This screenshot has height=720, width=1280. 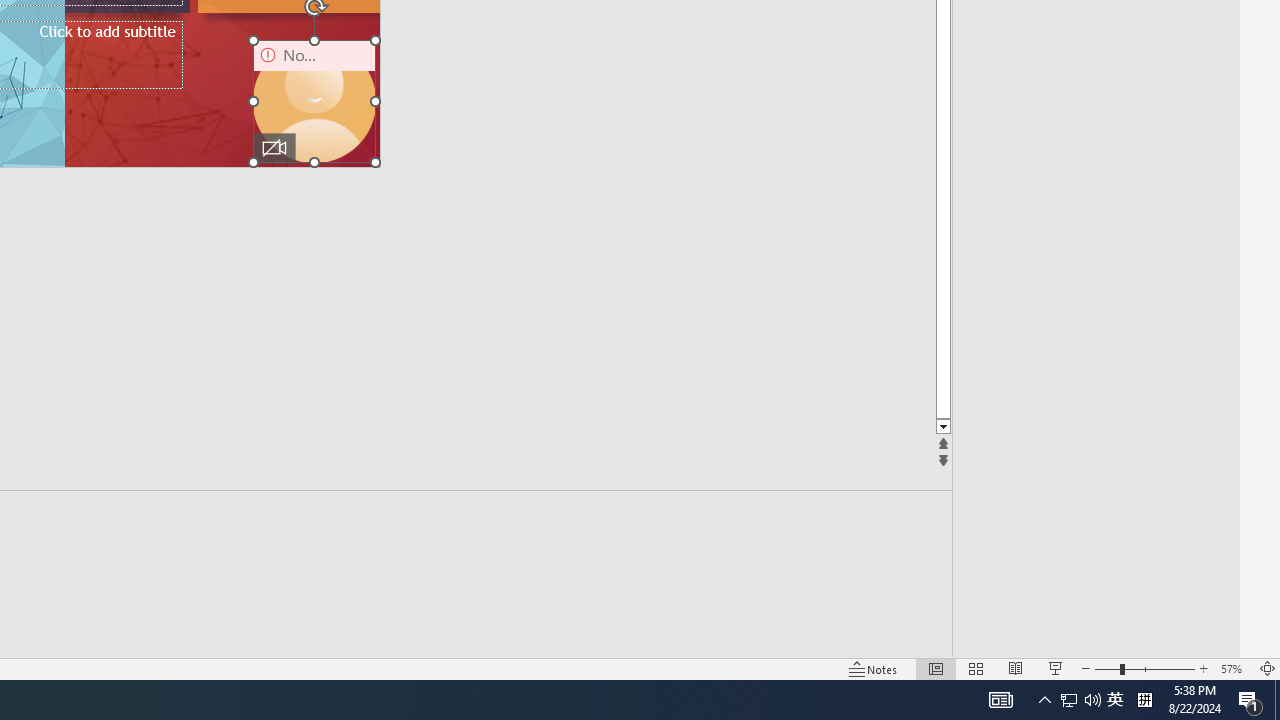 I want to click on 'Normal', so click(x=935, y=669).